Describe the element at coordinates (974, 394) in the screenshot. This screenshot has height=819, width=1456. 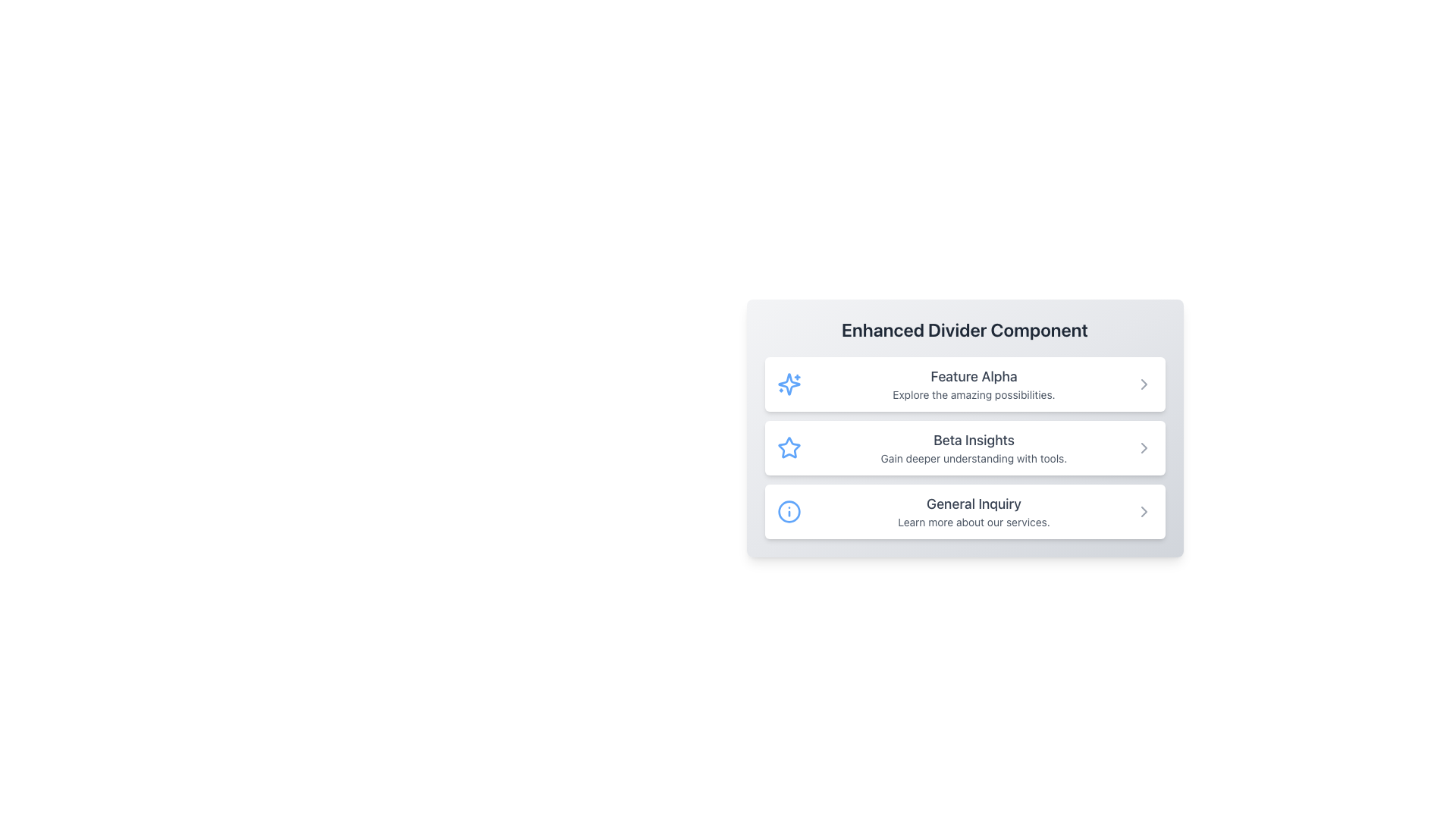
I see `informational text label that says 'Explore the amazing possibilities.' located below the 'Feature Alpha' title in the panel` at that location.